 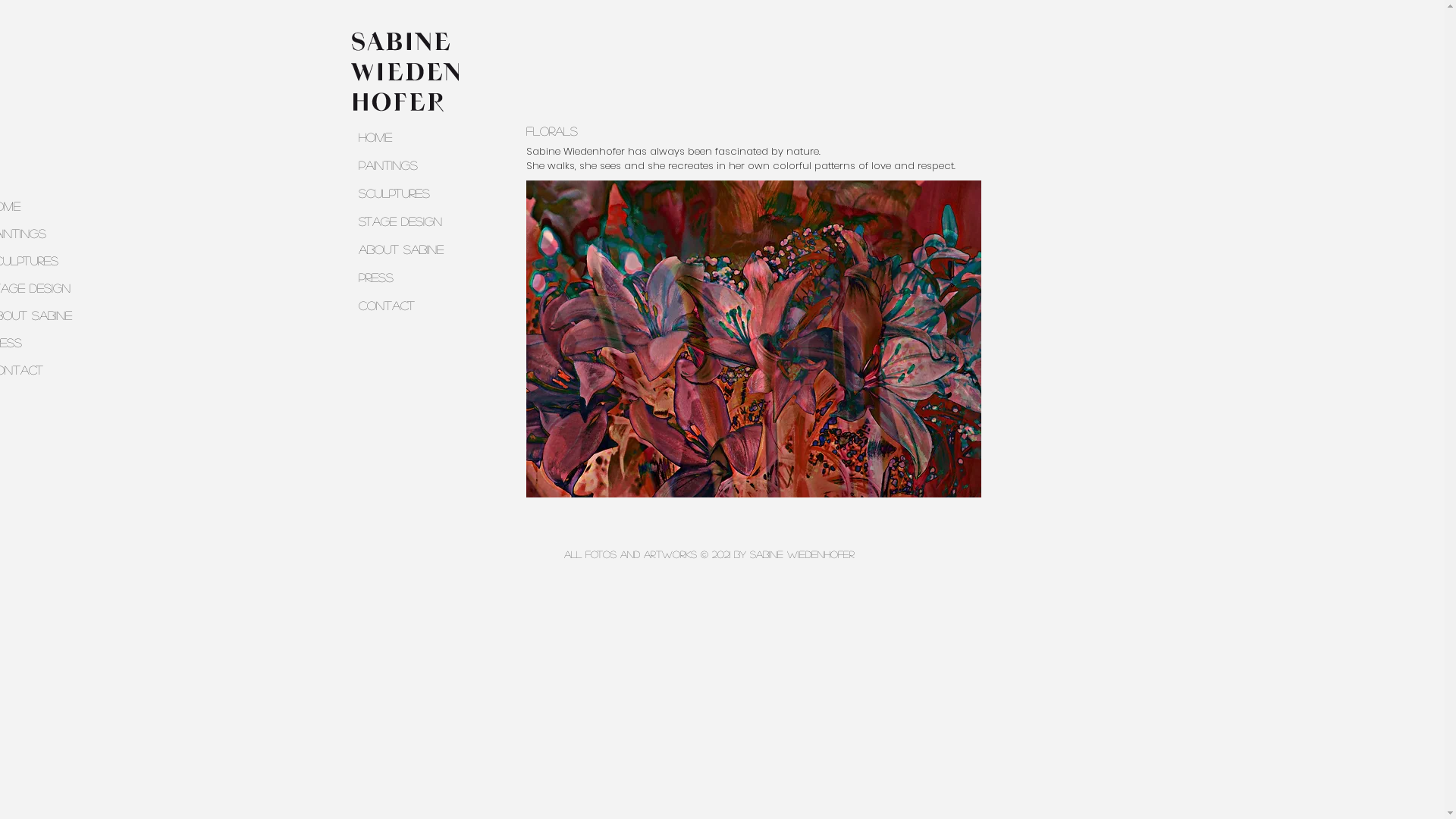 I want to click on 'Paintings', so click(x=349, y=165).